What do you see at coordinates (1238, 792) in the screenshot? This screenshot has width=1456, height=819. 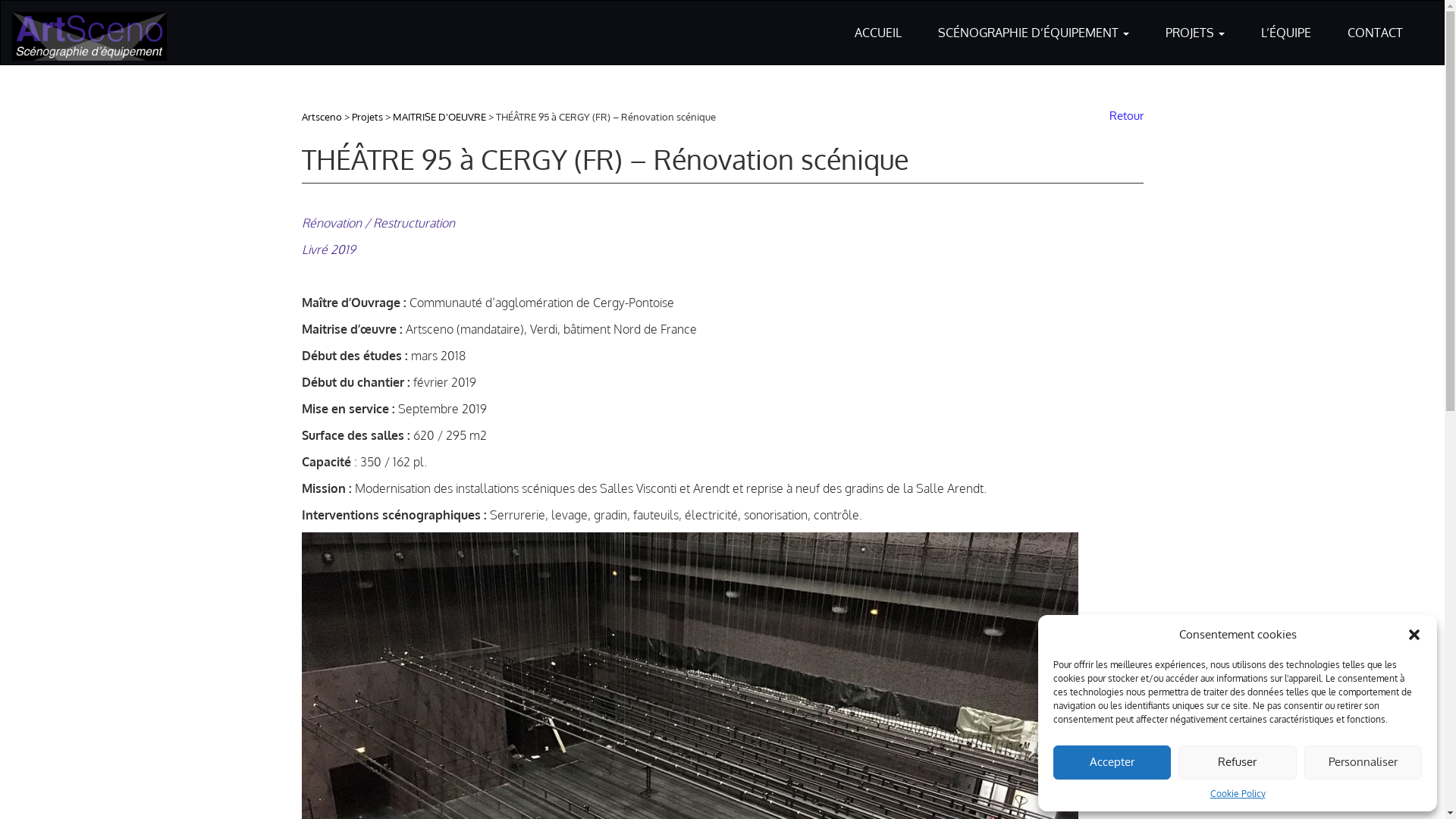 I see `'Cookie Policy'` at bounding box center [1238, 792].